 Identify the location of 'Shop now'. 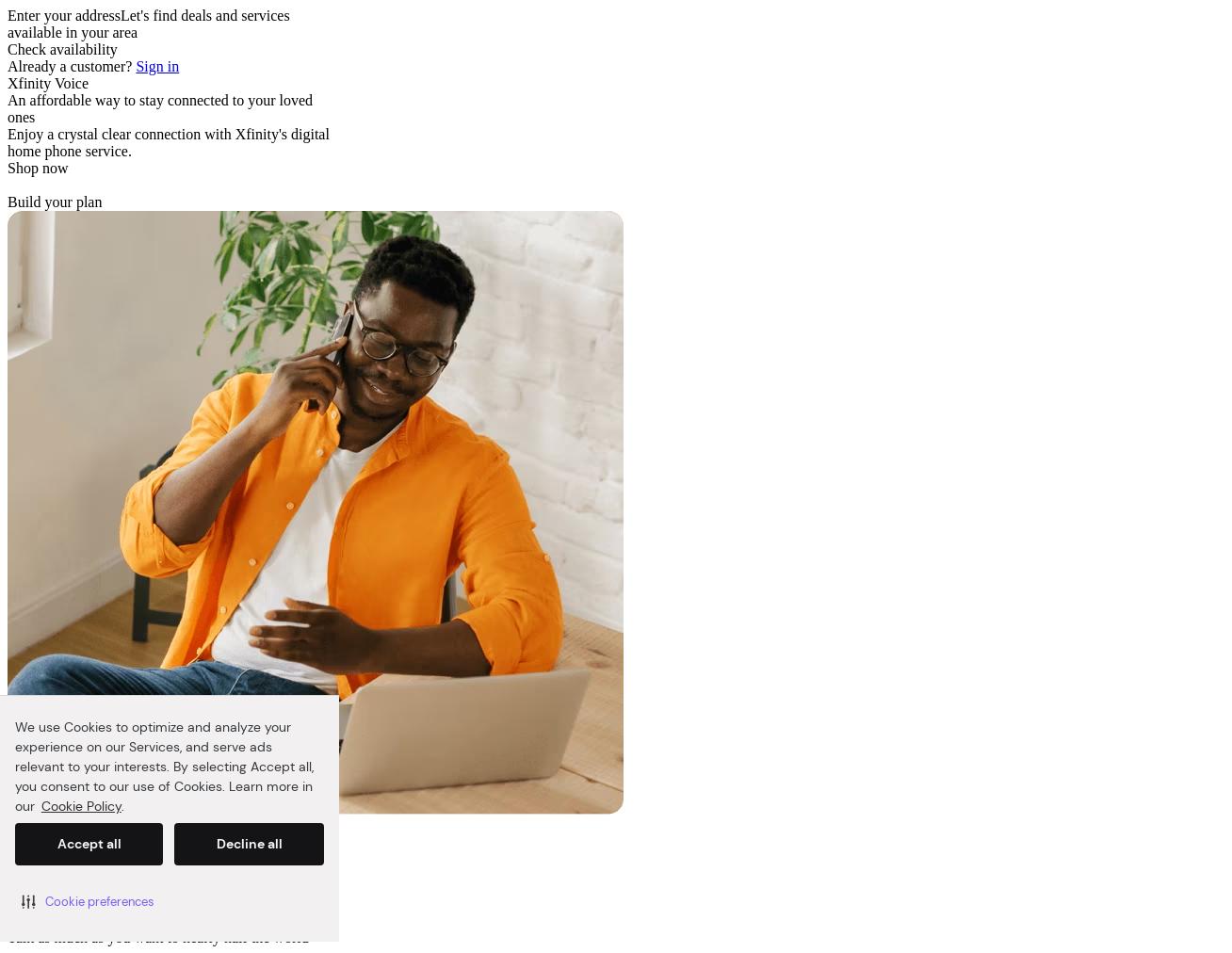
(38, 168).